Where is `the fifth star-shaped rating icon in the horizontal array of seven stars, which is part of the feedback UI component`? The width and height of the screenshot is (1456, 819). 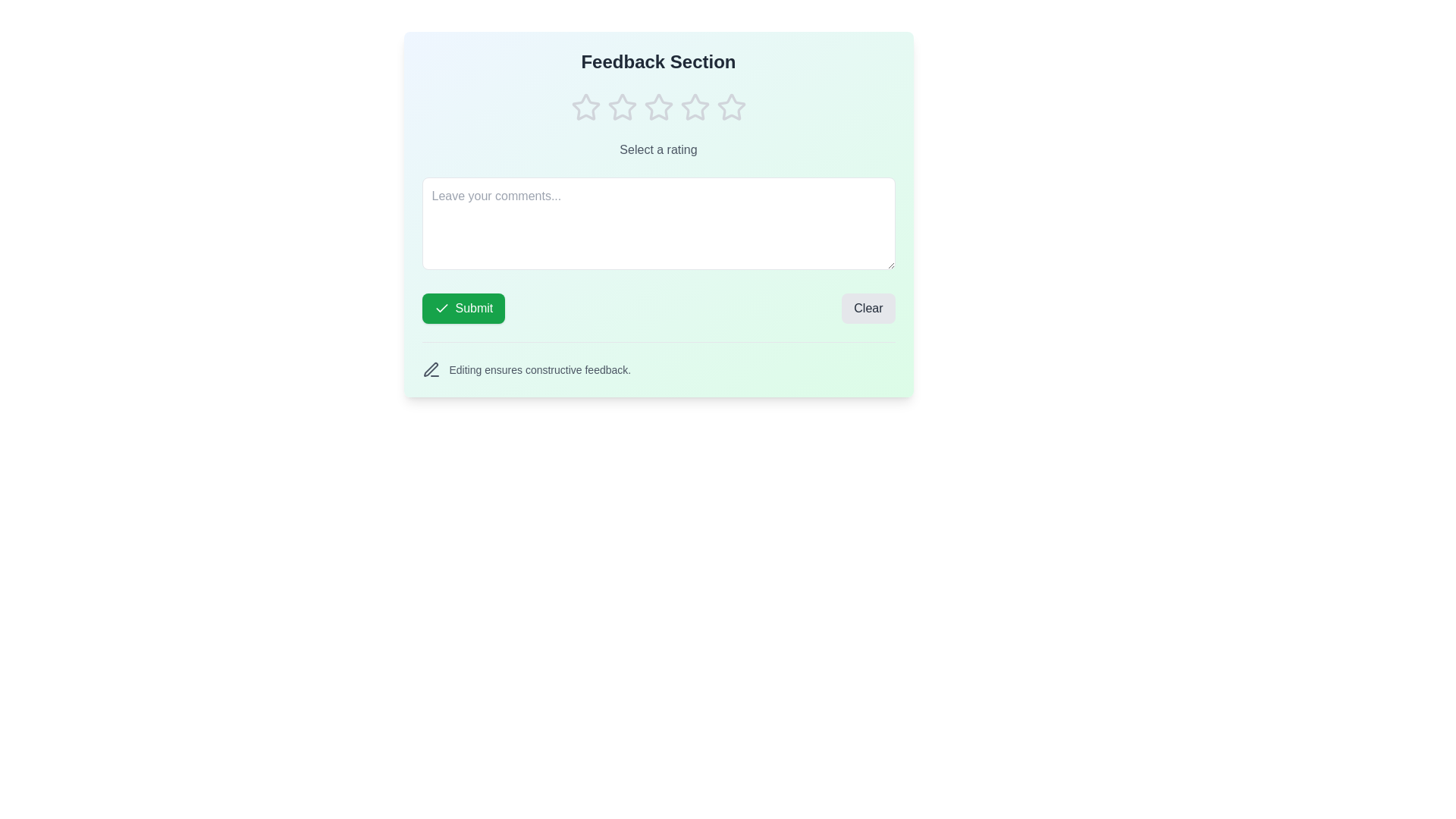
the fifth star-shaped rating icon in the horizontal array of seven stars, which is part of the feedback UI component is located at coordinates (694, 107).